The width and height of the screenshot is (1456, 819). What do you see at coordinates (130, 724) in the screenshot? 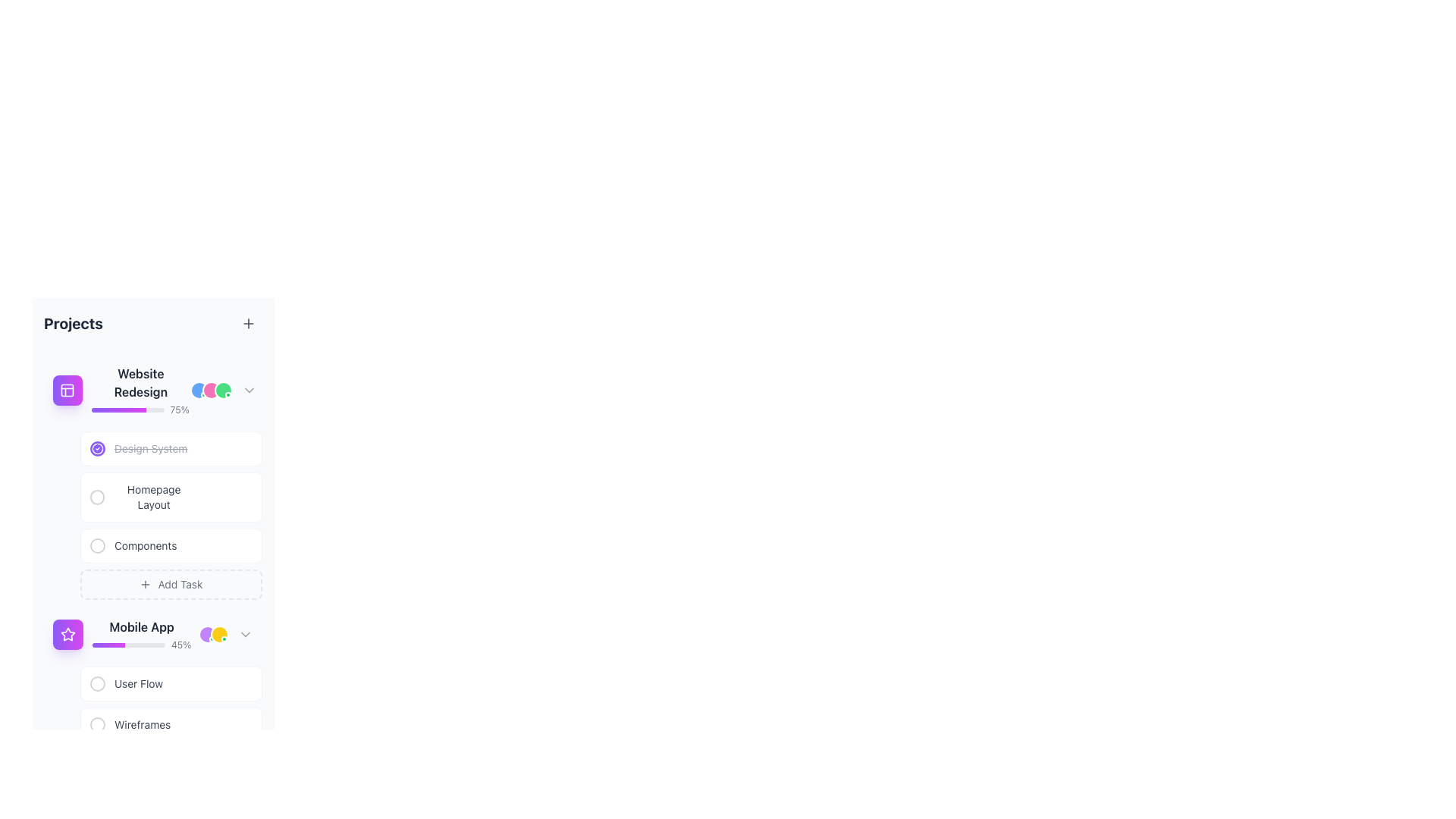
I see `label text 'Wireframes' located in the third section of the 'Projects' panel, aligned to the right of a circular icon` at bounding box center [130, 724].